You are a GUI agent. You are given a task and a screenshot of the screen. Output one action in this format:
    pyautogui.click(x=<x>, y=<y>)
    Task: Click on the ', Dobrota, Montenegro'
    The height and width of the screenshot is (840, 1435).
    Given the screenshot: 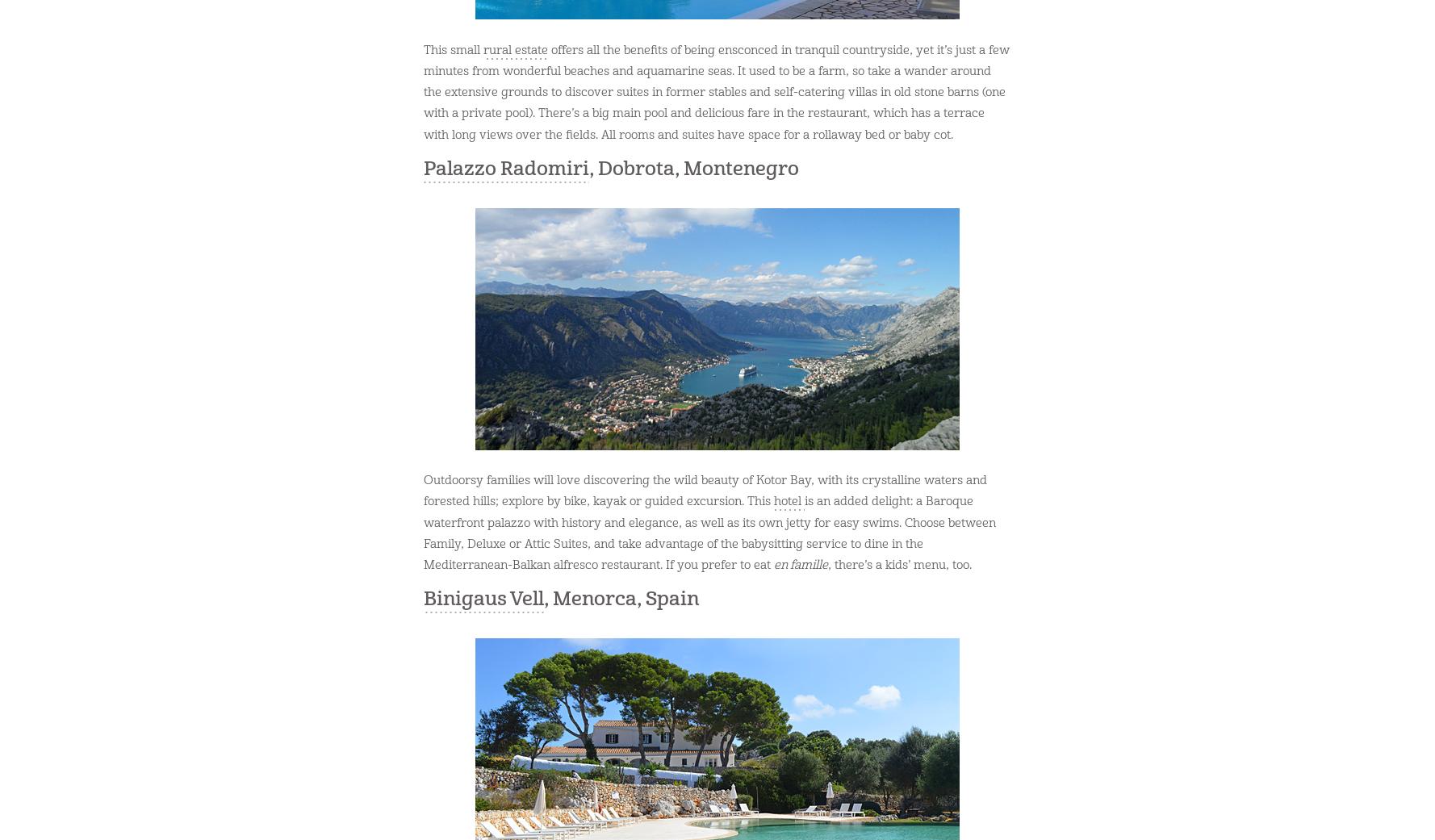 What is the action you would take?
    pyautogui.click(x=693, y=168)
    